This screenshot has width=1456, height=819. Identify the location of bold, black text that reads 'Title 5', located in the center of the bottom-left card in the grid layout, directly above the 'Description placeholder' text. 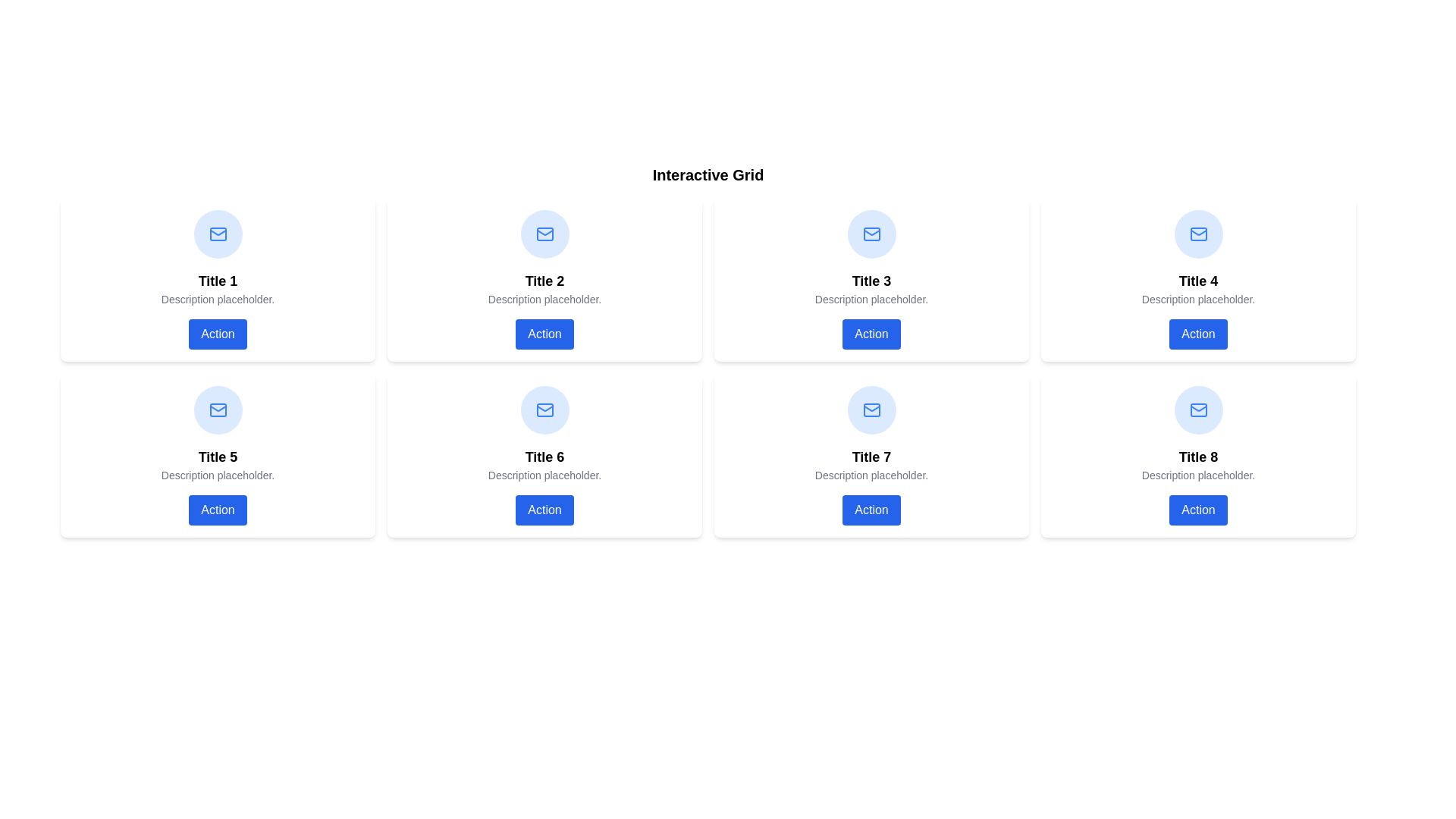
(217, 456).